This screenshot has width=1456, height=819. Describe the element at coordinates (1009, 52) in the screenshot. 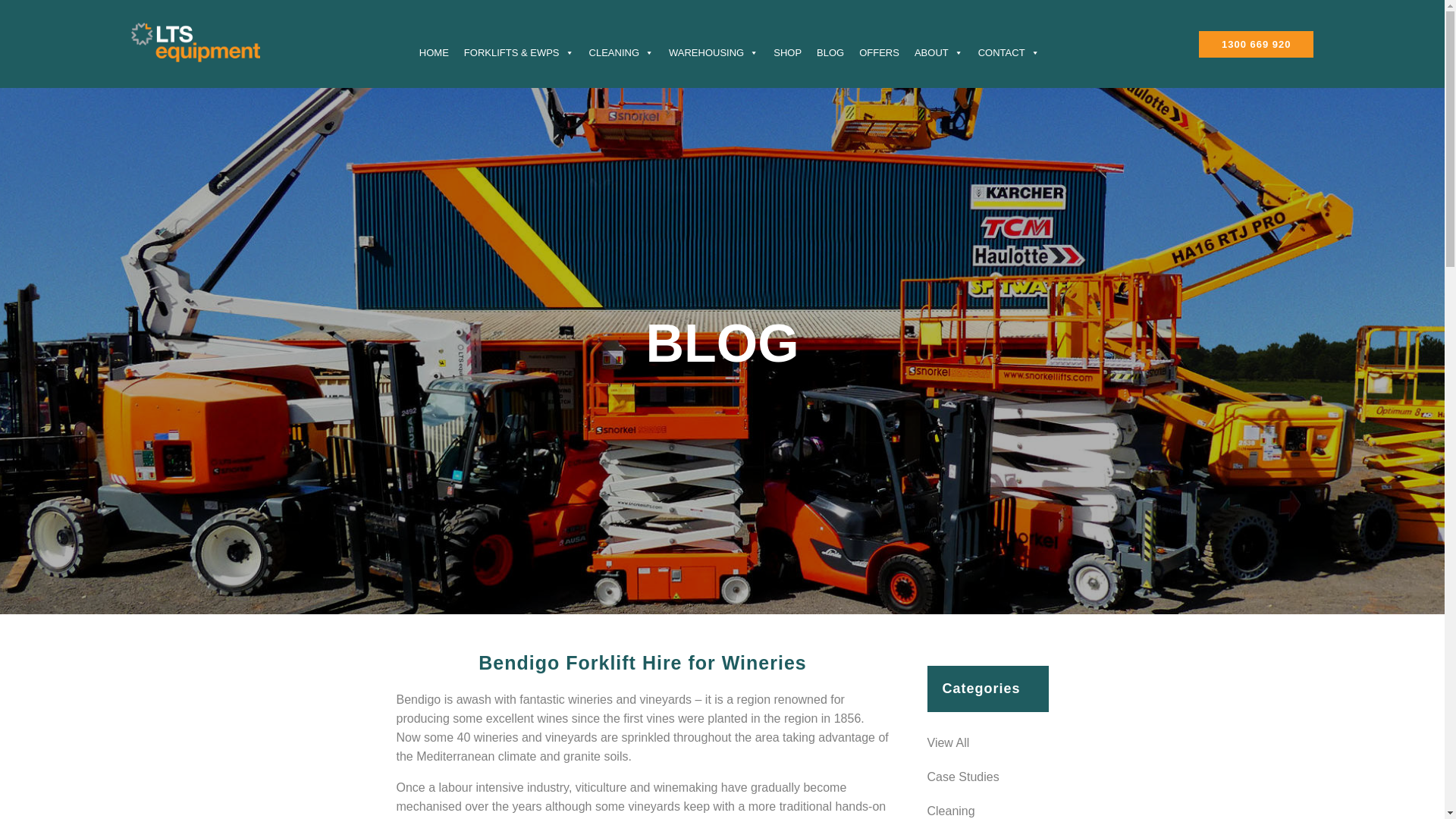

I see `'CONTACT'` at that location.